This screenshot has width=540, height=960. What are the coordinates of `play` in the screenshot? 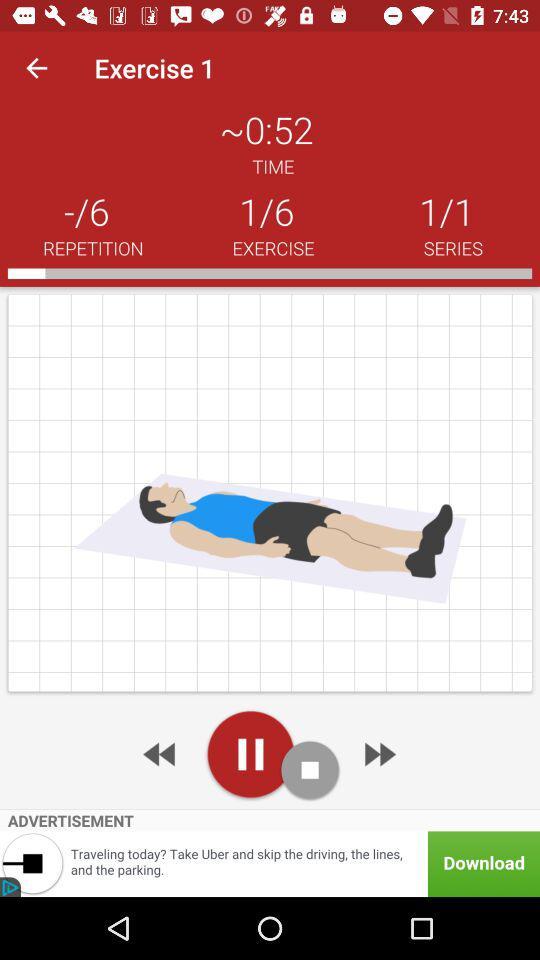 It's located at (250, 753).